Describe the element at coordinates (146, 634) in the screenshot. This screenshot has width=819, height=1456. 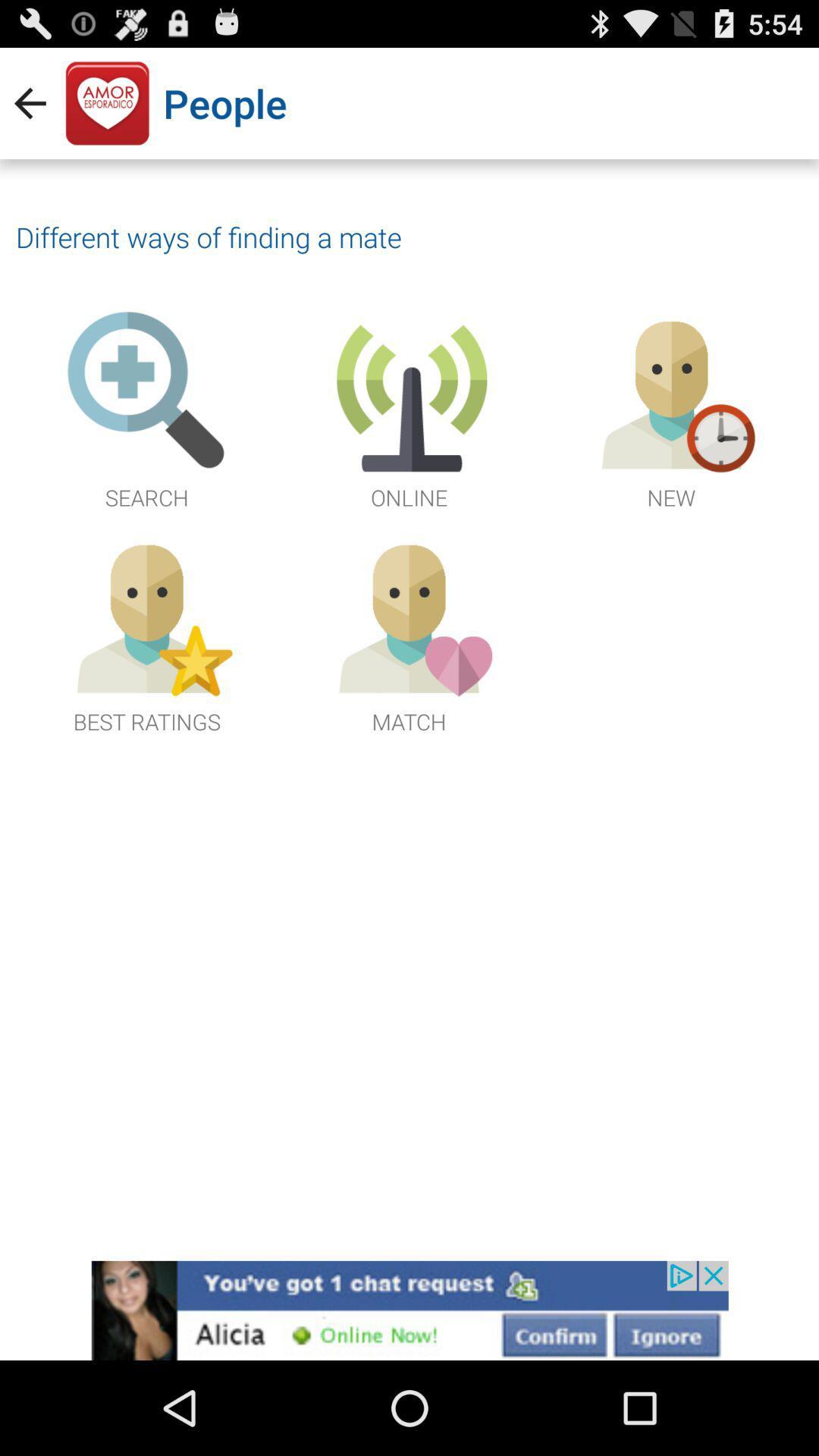
I see `see your best ratings` at that location.